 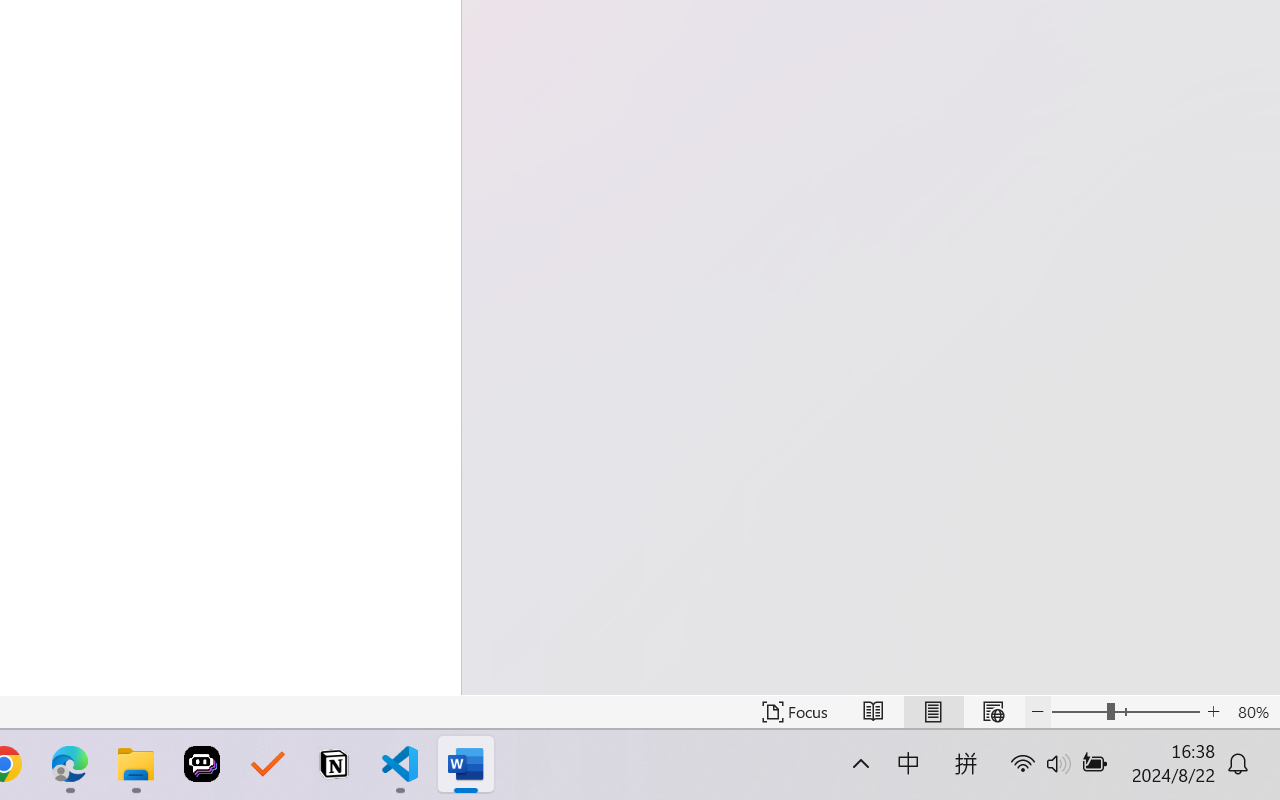 What do you see at coordinates (1252, 711) in the screenshot?
I see `'Zoom 80%'` at bounding box center [1252, 711].